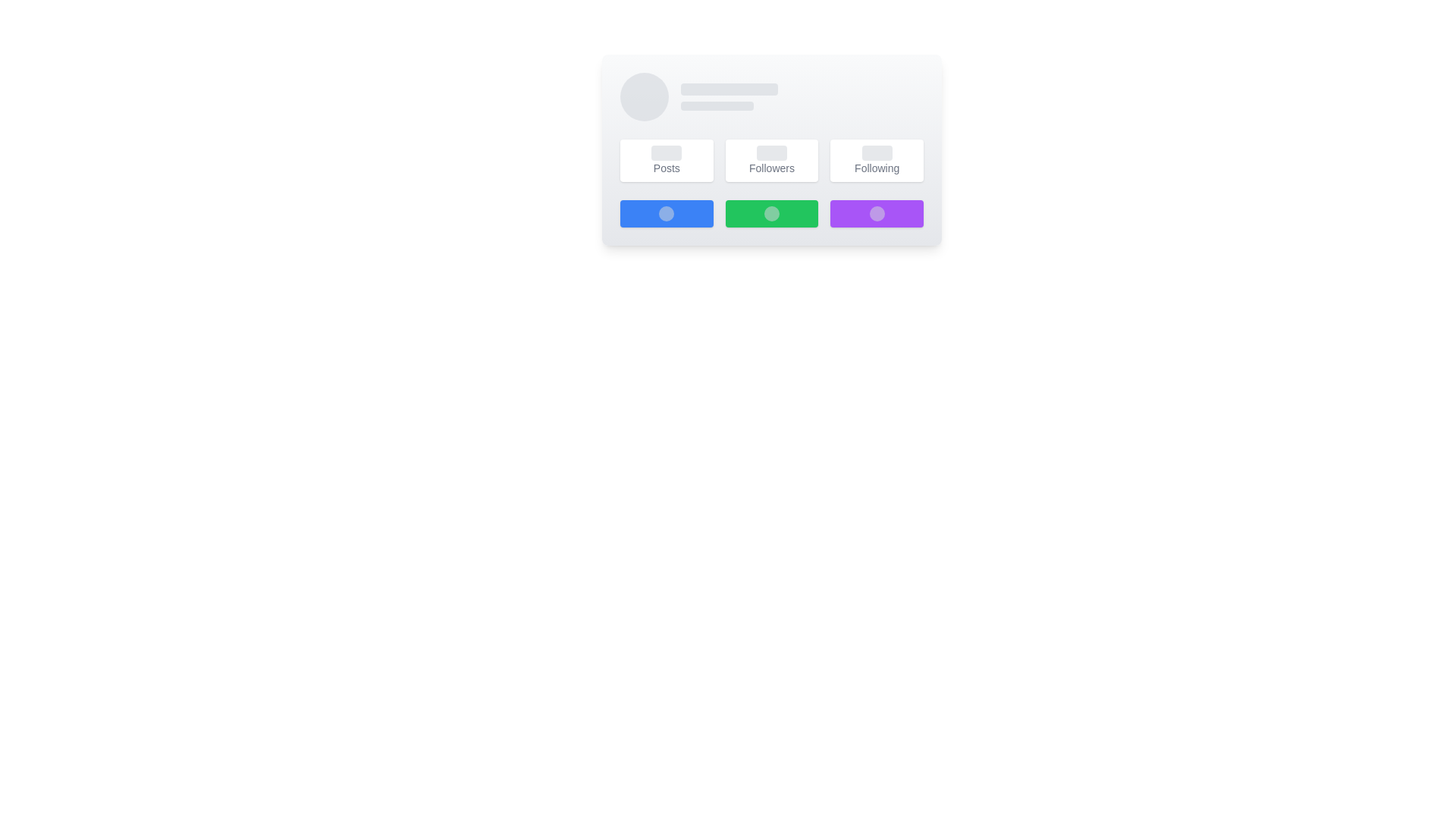  Describe the element at coordinates (877, 161) in the screenshot. I see `the Informational panel with a white background, featuring a gray placeholder square at the top and the text 'Following' below it, which is the third element in a horizontal sequence of similar elements` at that location.